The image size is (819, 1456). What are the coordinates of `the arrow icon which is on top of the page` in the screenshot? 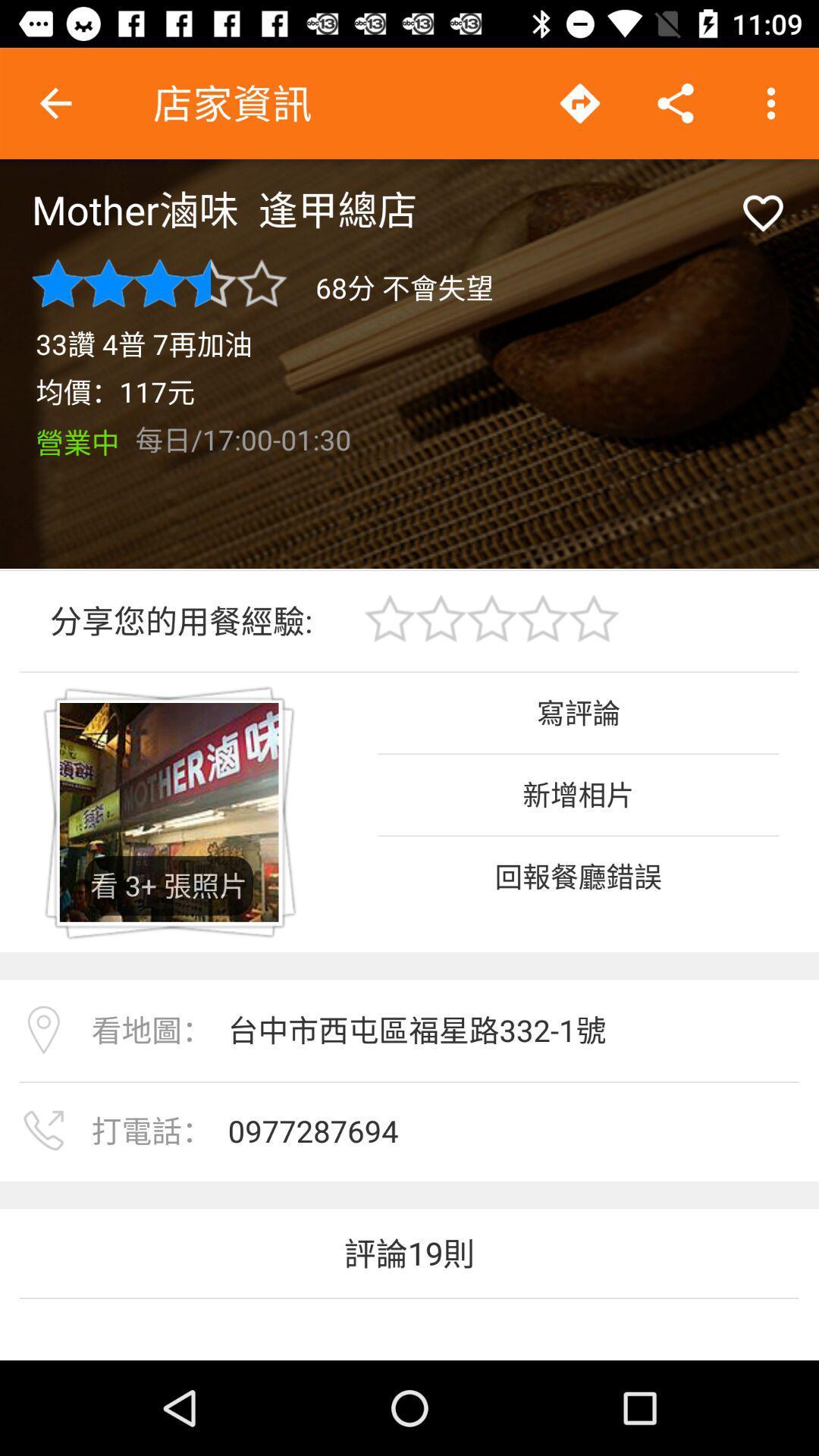 It's located at (579, 103).